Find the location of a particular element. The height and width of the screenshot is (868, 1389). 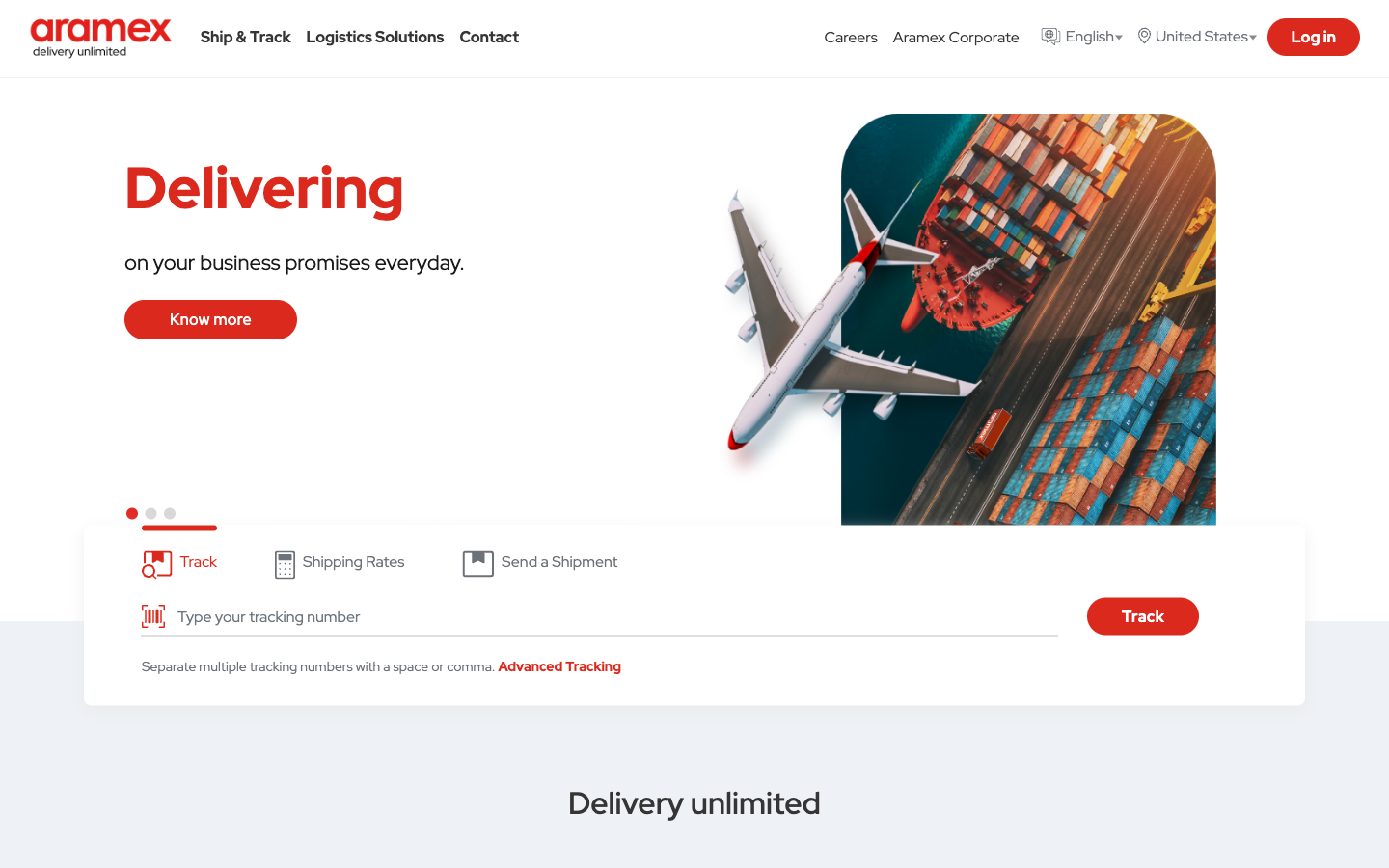

Use the tracking number 123456 to locate a shipment is located at coordinates (611, 616).